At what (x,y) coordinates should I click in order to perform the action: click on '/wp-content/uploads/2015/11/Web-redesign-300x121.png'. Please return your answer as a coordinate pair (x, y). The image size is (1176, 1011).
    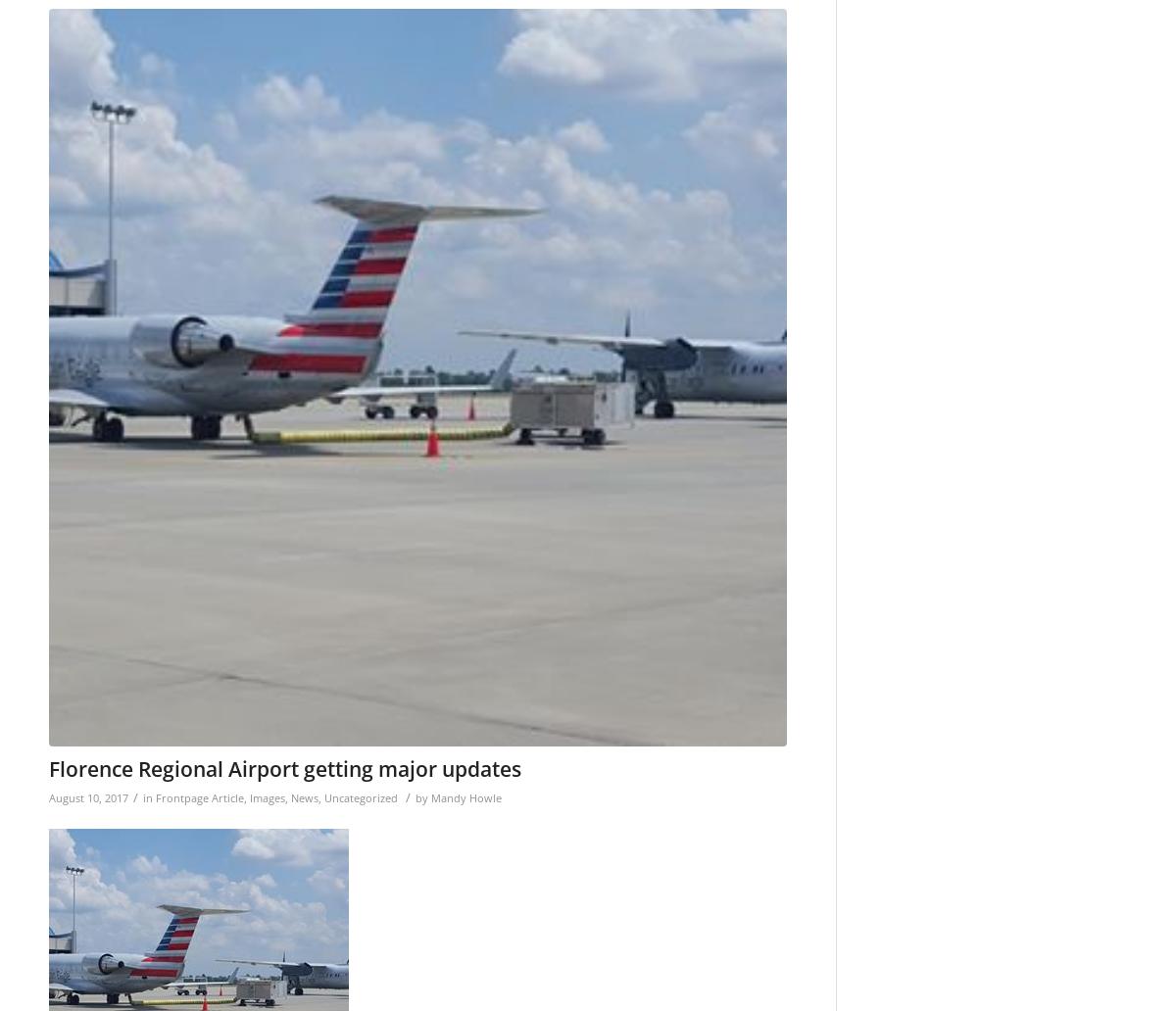
    Looking at the image, I should click on (368, 30).